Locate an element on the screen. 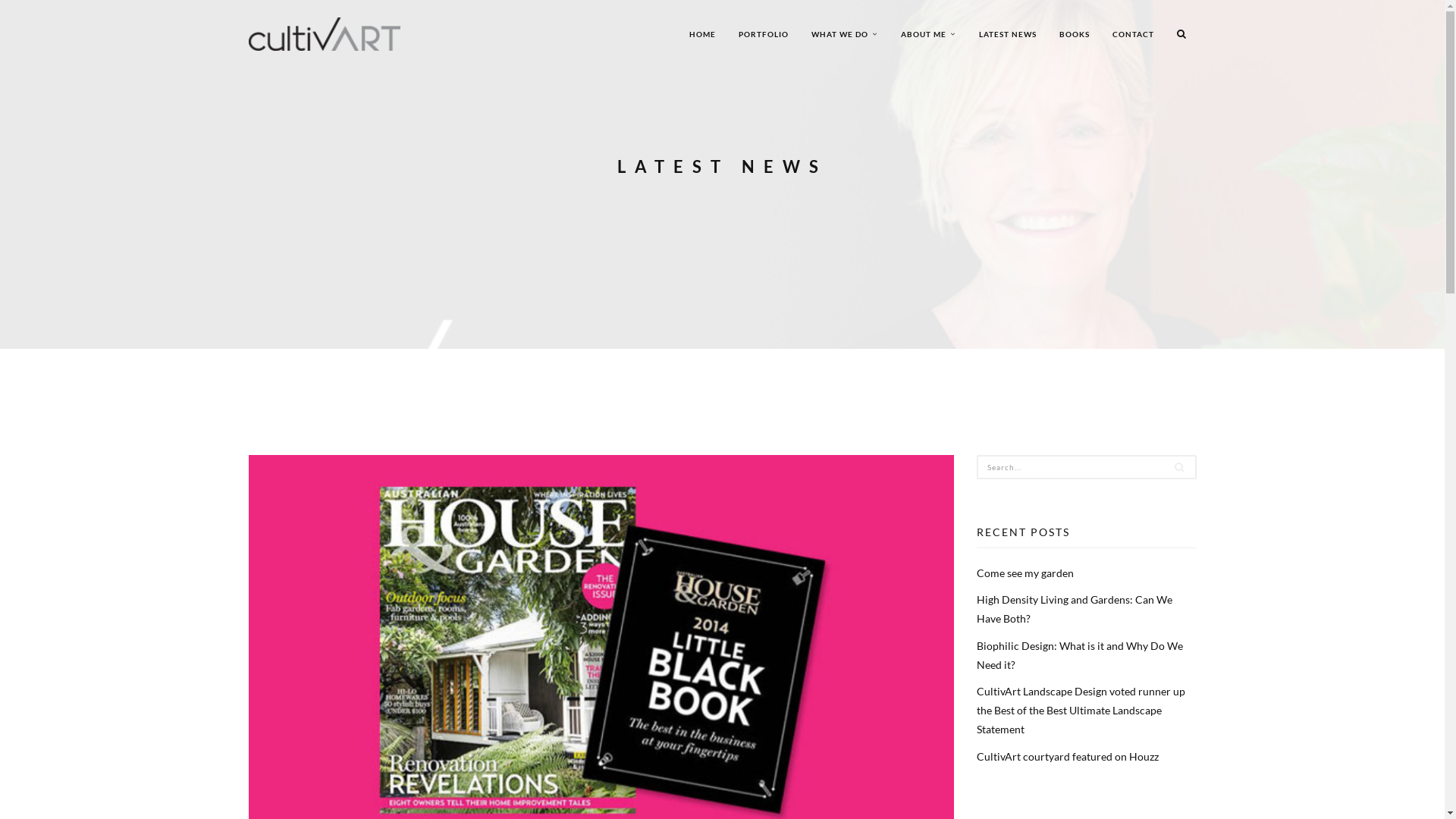 The width and height of the screenshot is (1456, 819). 'PORTFOLIO' is located at coordinates (763, 34).